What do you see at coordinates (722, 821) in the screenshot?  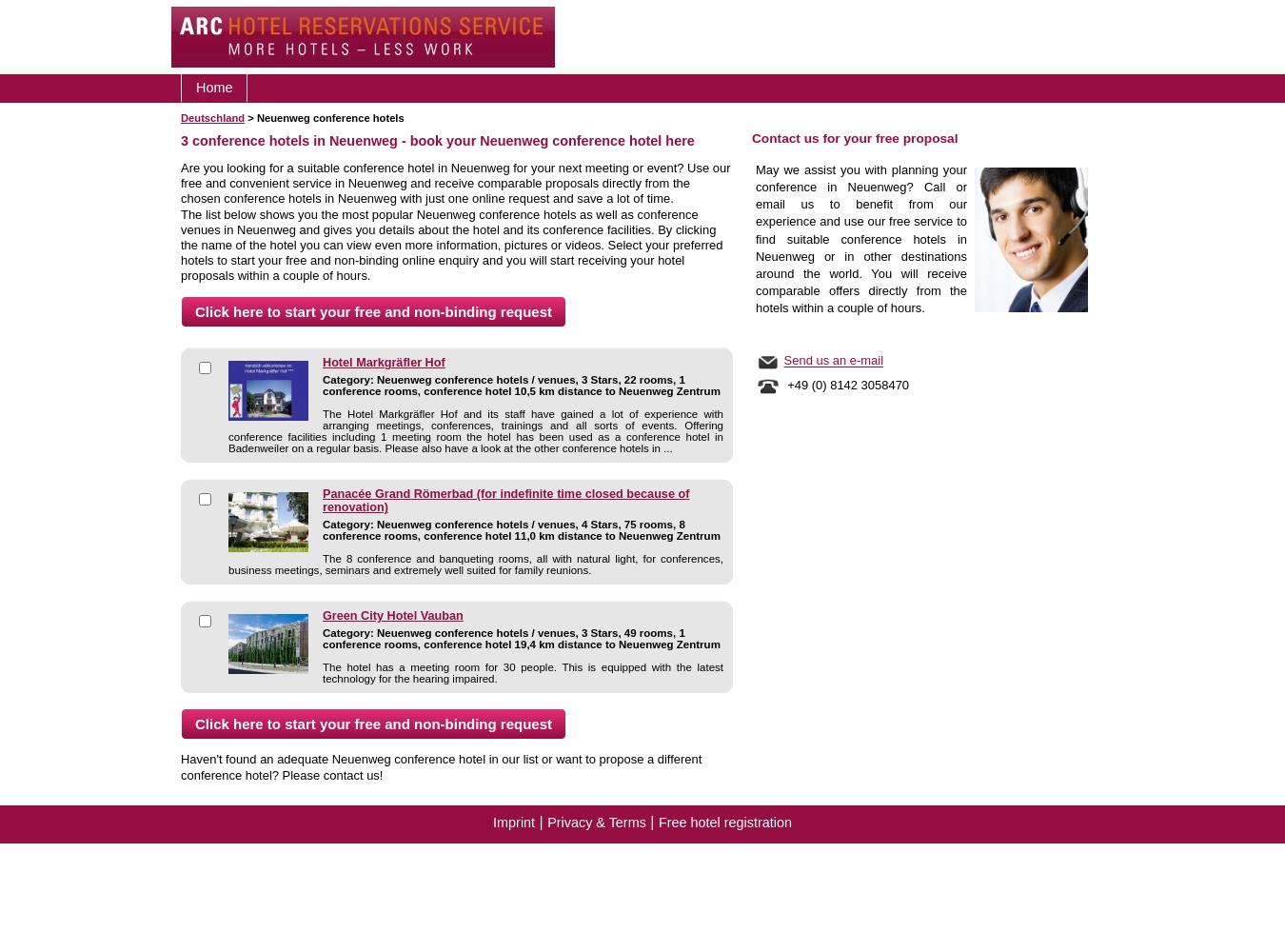 I see `'Free hotel registration'` at bounding box center [722, 821].